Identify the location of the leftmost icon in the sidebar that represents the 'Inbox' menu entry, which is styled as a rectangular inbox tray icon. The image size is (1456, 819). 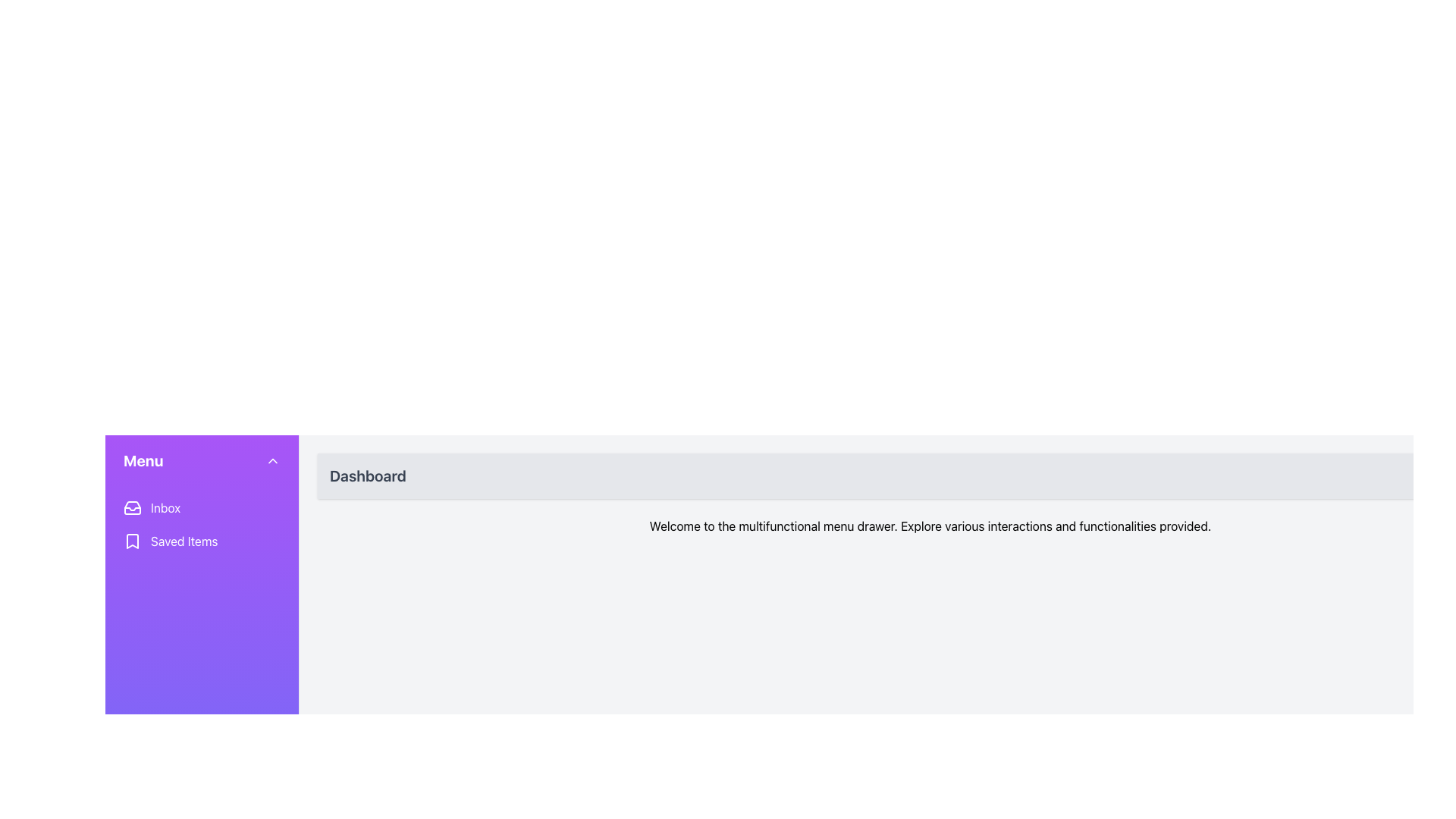
(132, 508).